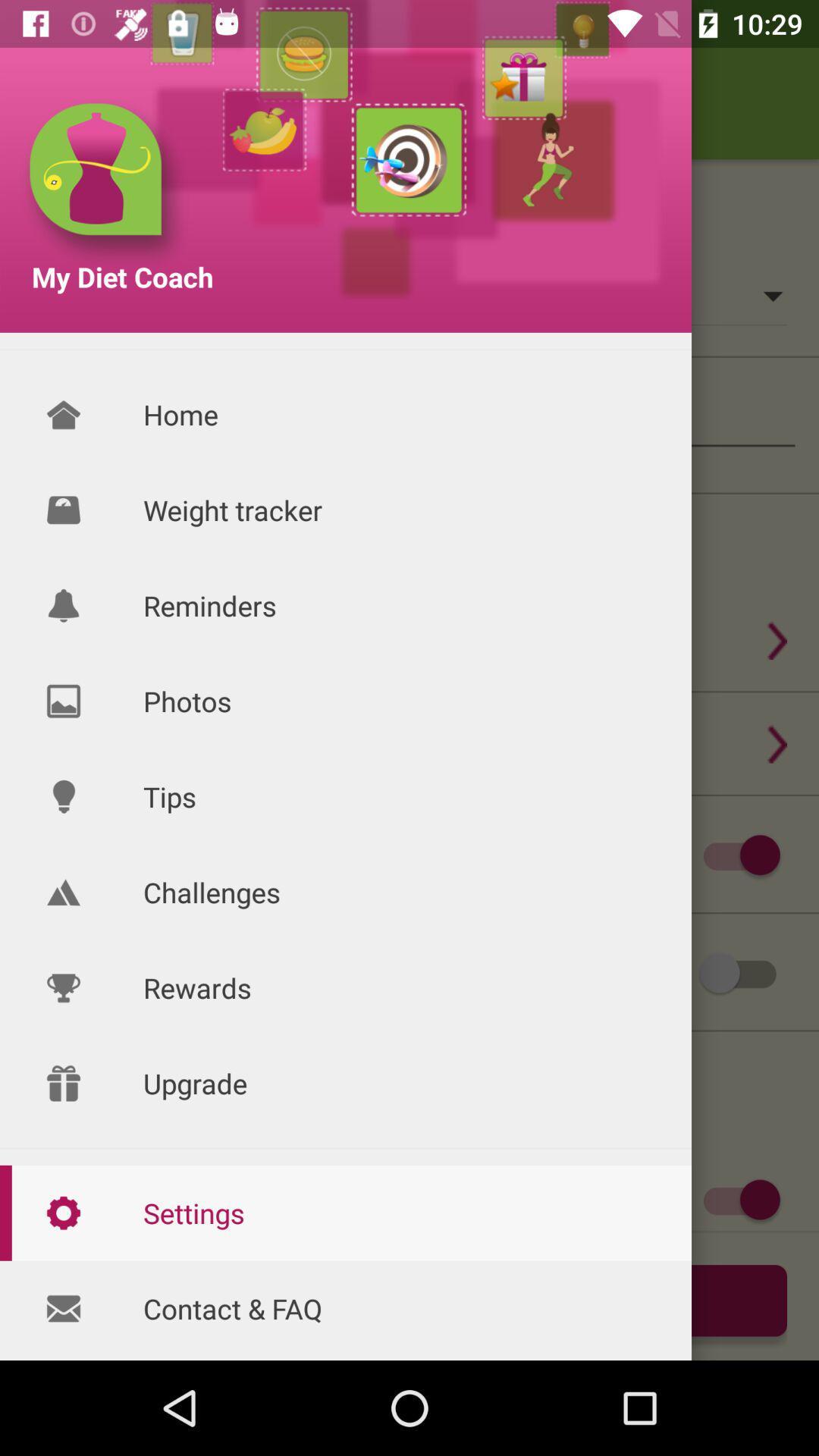 This screenshot has height=1456, width=819. I want to click on the first icon which is left to the fruits icon, so click(104, 184).